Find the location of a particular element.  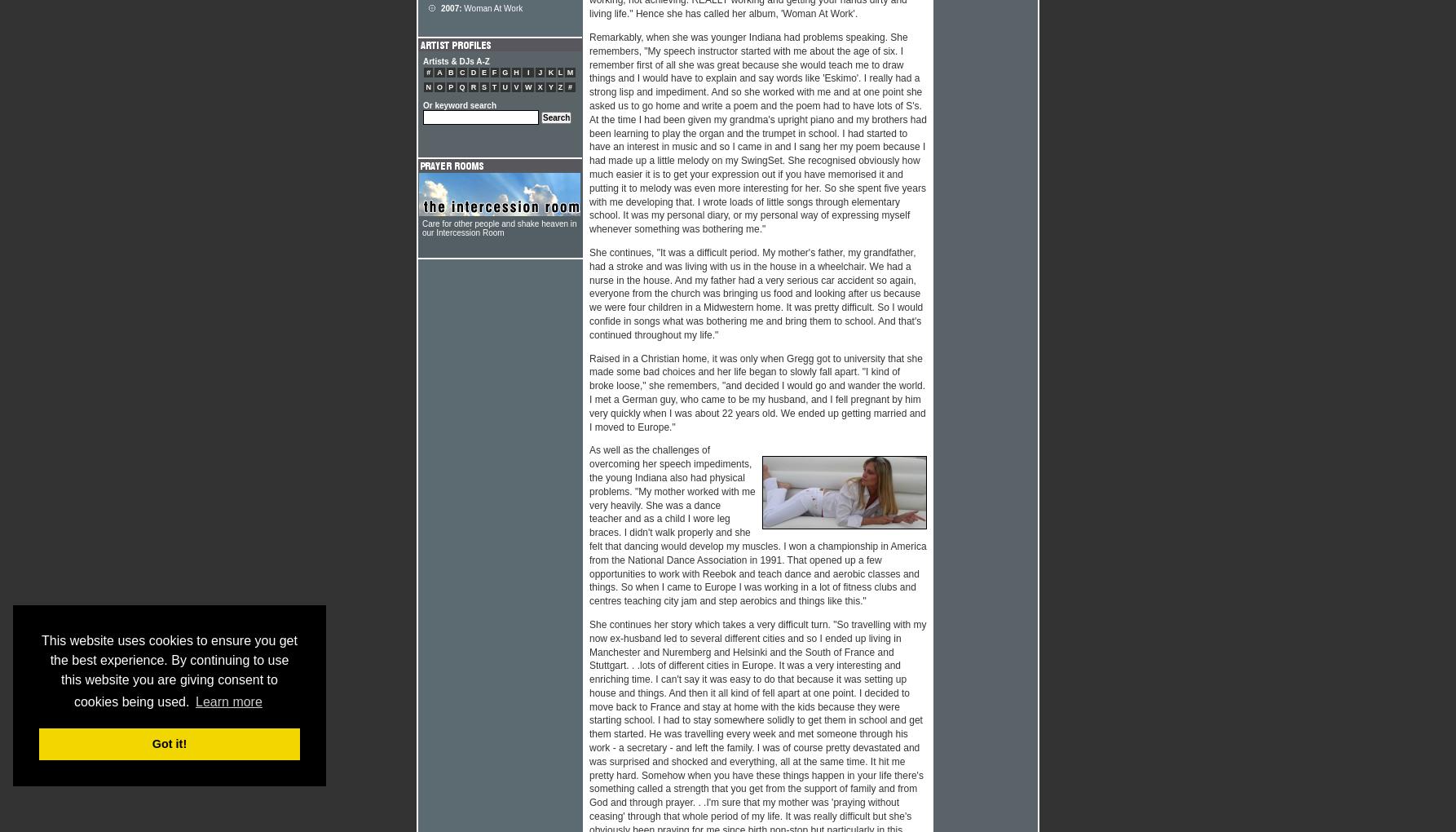

'A' is located at coordinates (439, 72).